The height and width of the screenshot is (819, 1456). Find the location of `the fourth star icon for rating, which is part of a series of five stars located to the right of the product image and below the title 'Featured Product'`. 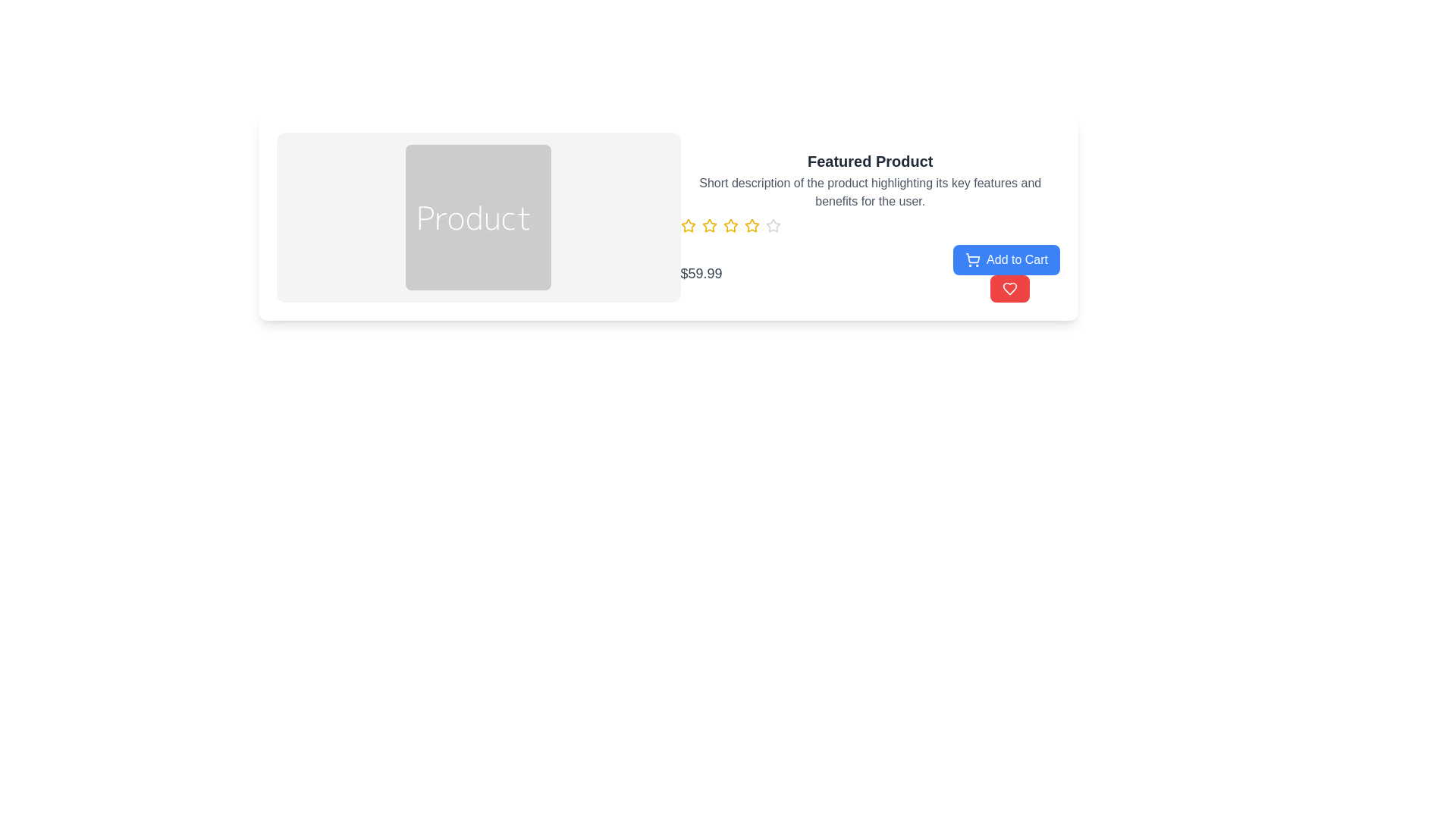

the fourth star icon for rating, which is part of a series of five stars located to the right of the product image and below the title 'Featured Product' is located at coordinates (752, 225).